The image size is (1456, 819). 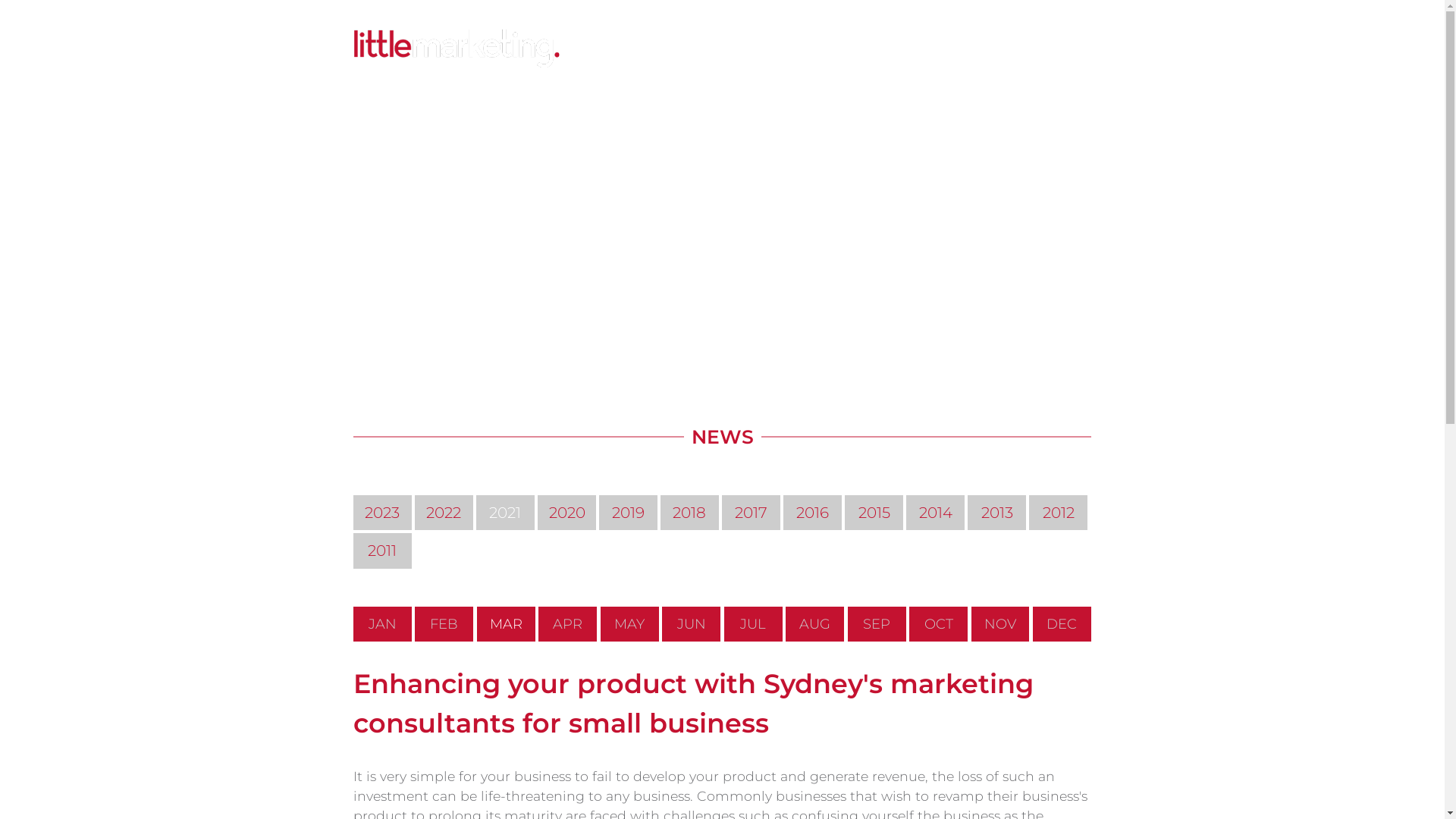 What do you see at coordinates (934, 512) in the screenshot?
I see `'2014'` at bounding box center [934, 512].